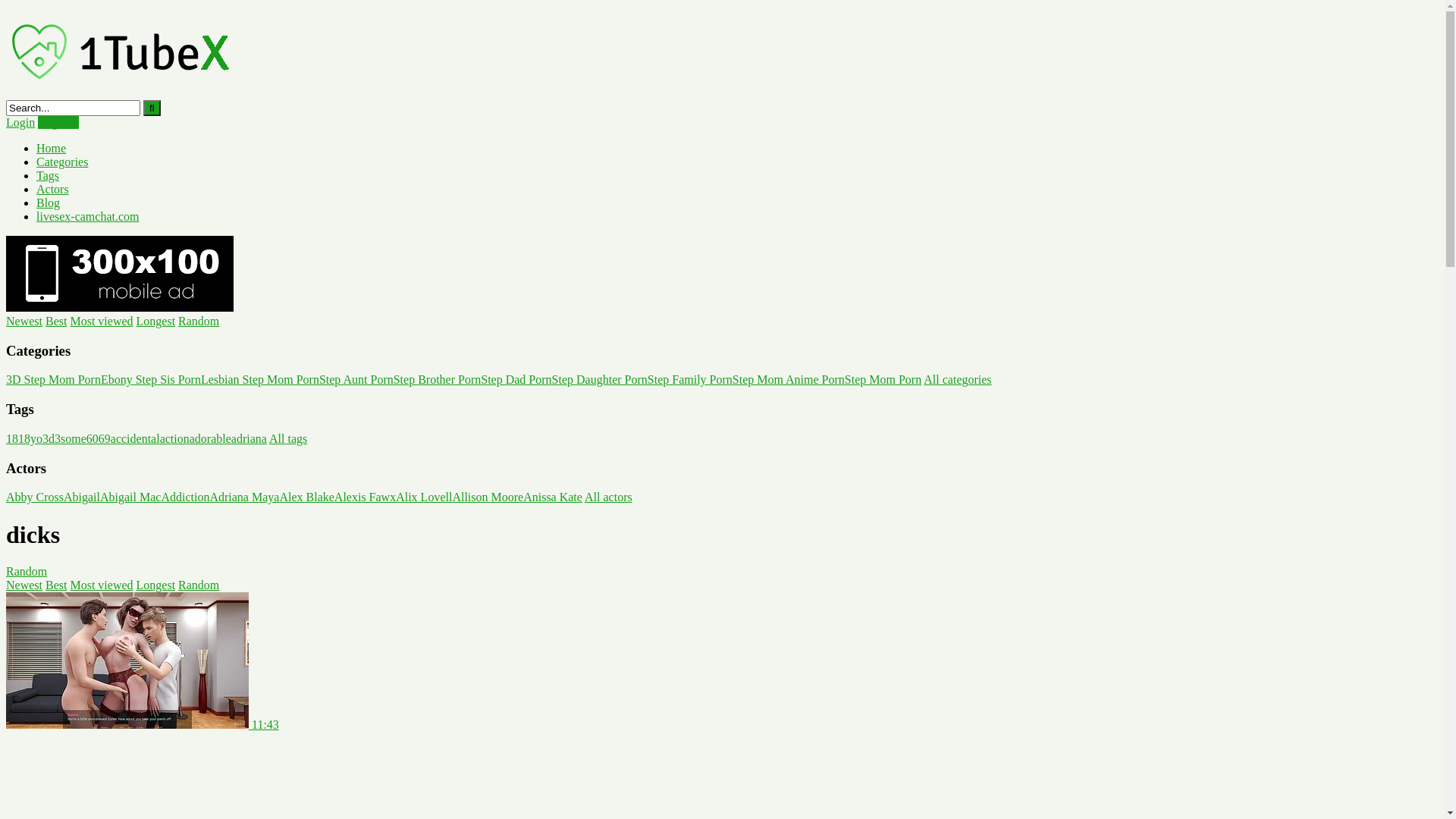  I want to click on 'Step Mom Porn', so click(883, 378).